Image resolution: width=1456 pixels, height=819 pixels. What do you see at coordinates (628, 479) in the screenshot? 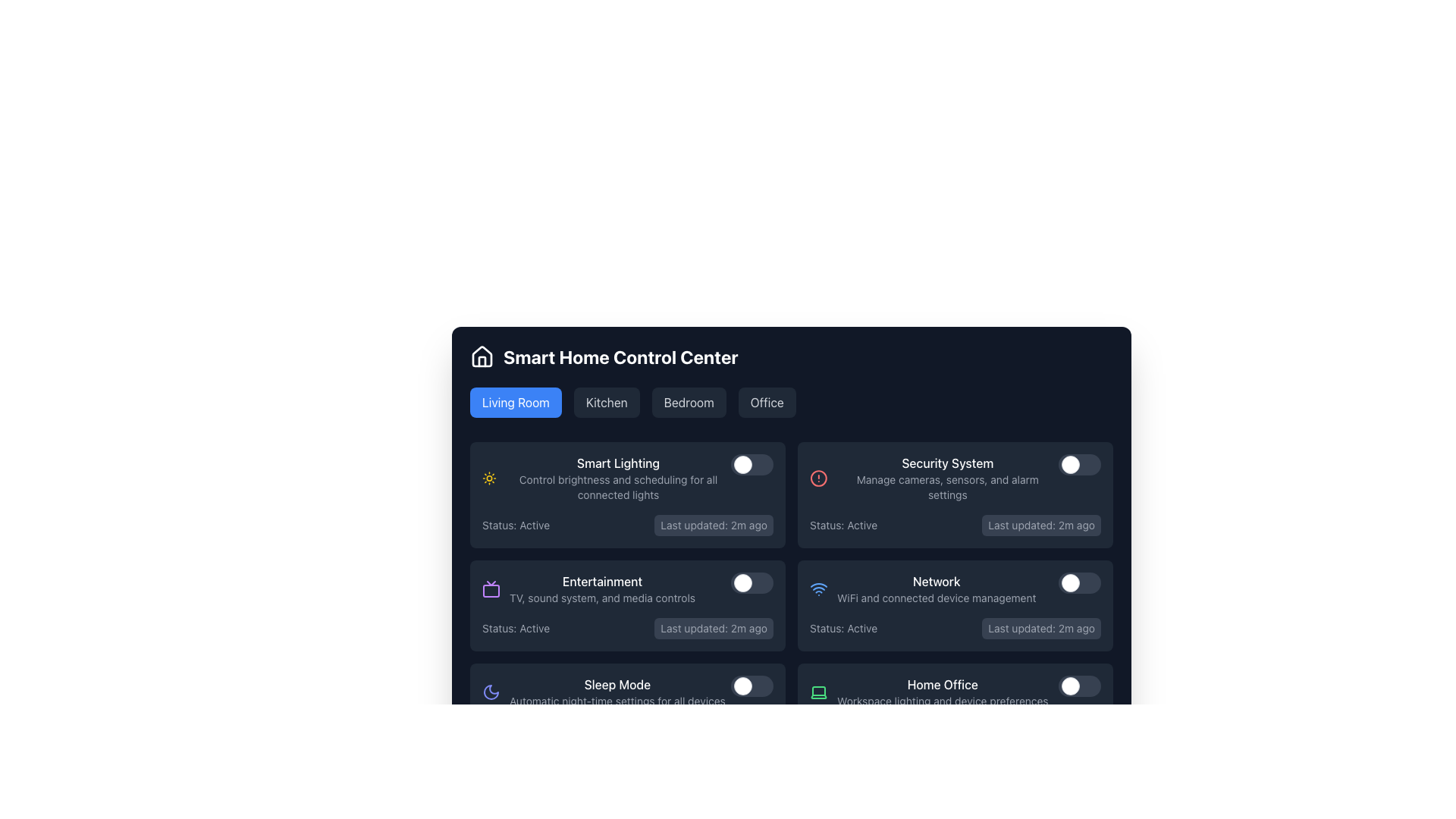
I see `information text from the Informational widget with integrated toggle switch for system control located in the Living Room section of the Smart Home Control Center interface` at bounding box center [628, 479].